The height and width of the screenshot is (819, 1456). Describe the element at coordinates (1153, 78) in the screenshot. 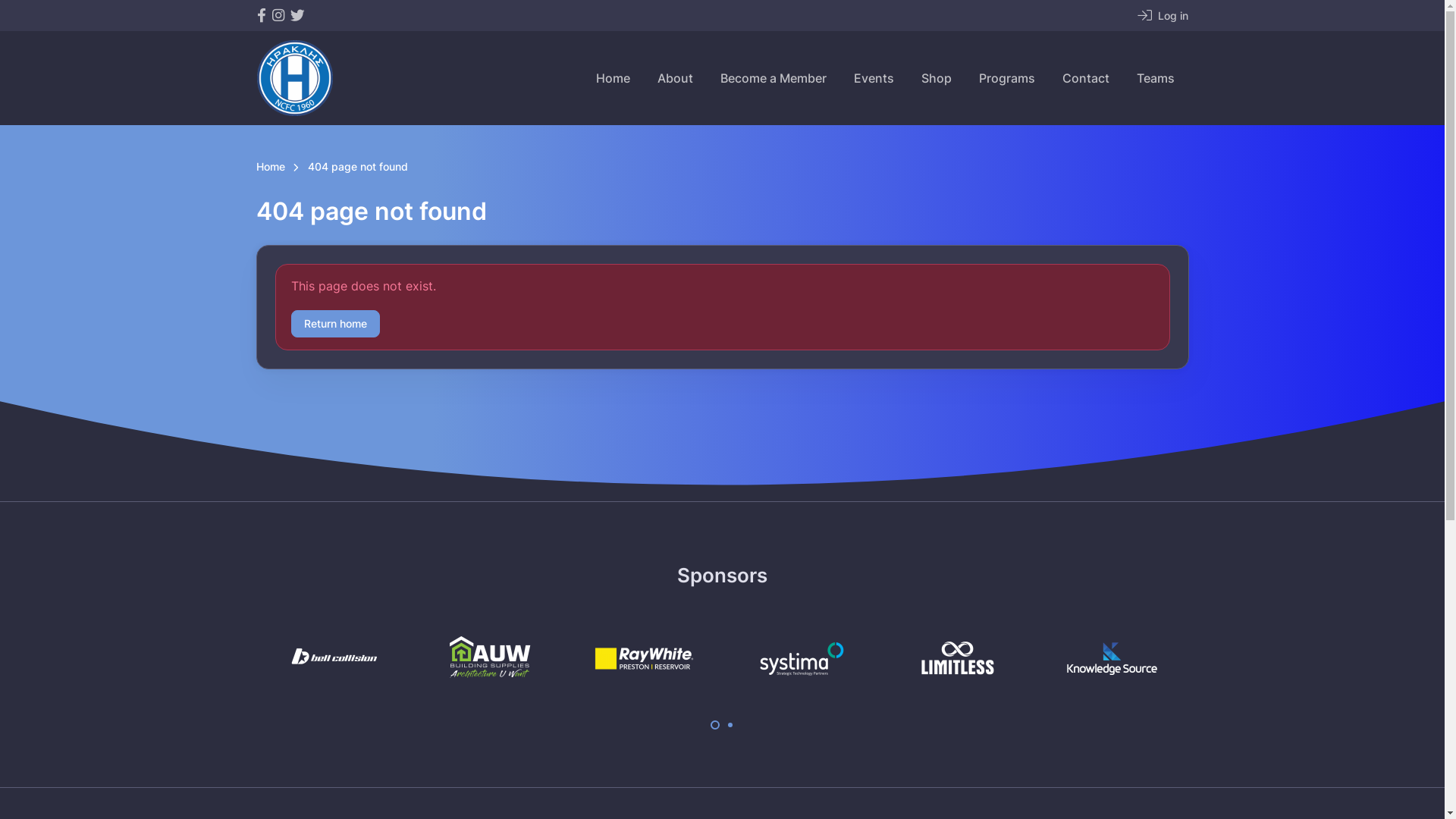

I see `'Teams'` at that location.